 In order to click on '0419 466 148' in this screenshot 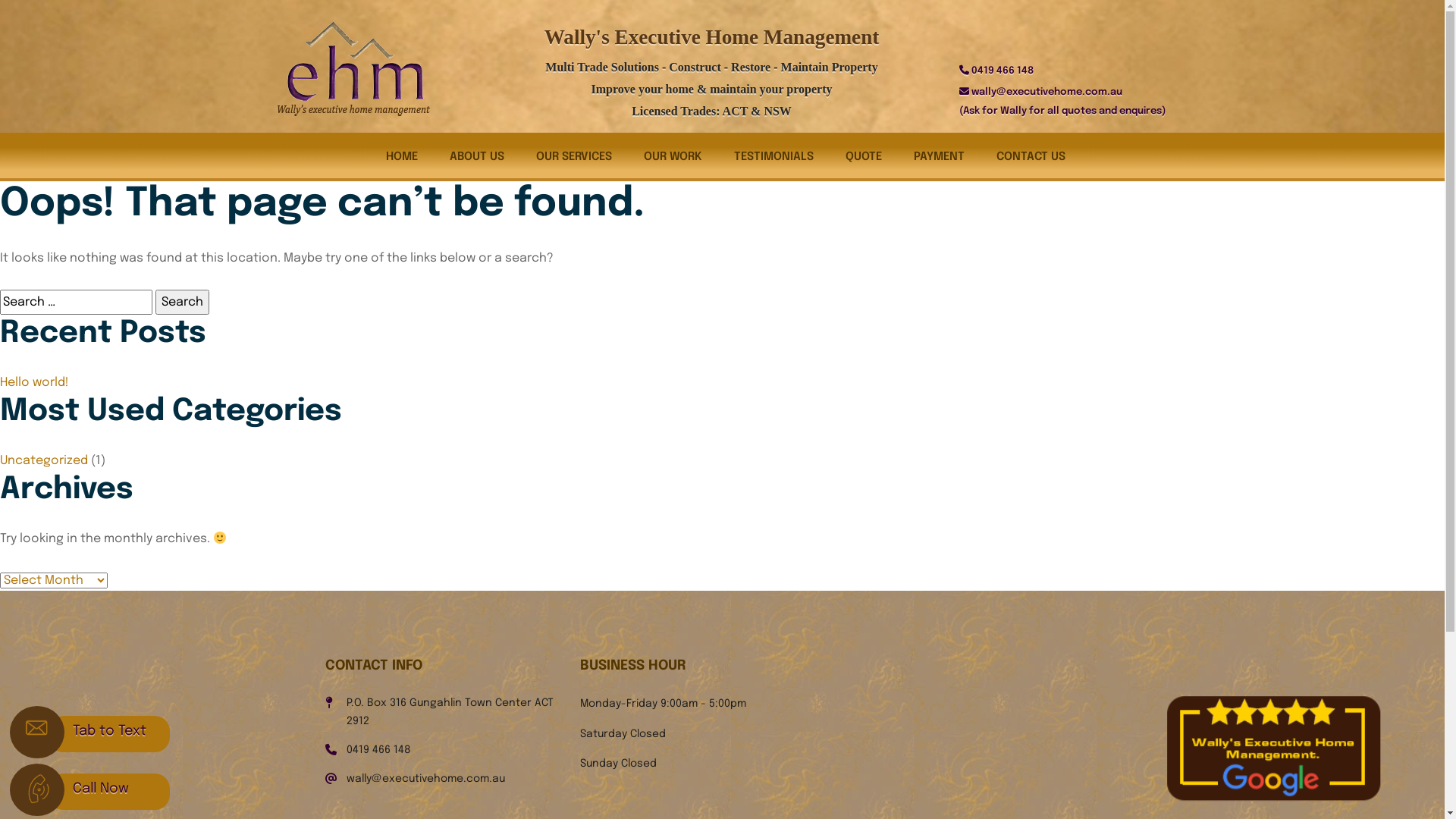, I will do `click(1001, 71)`.